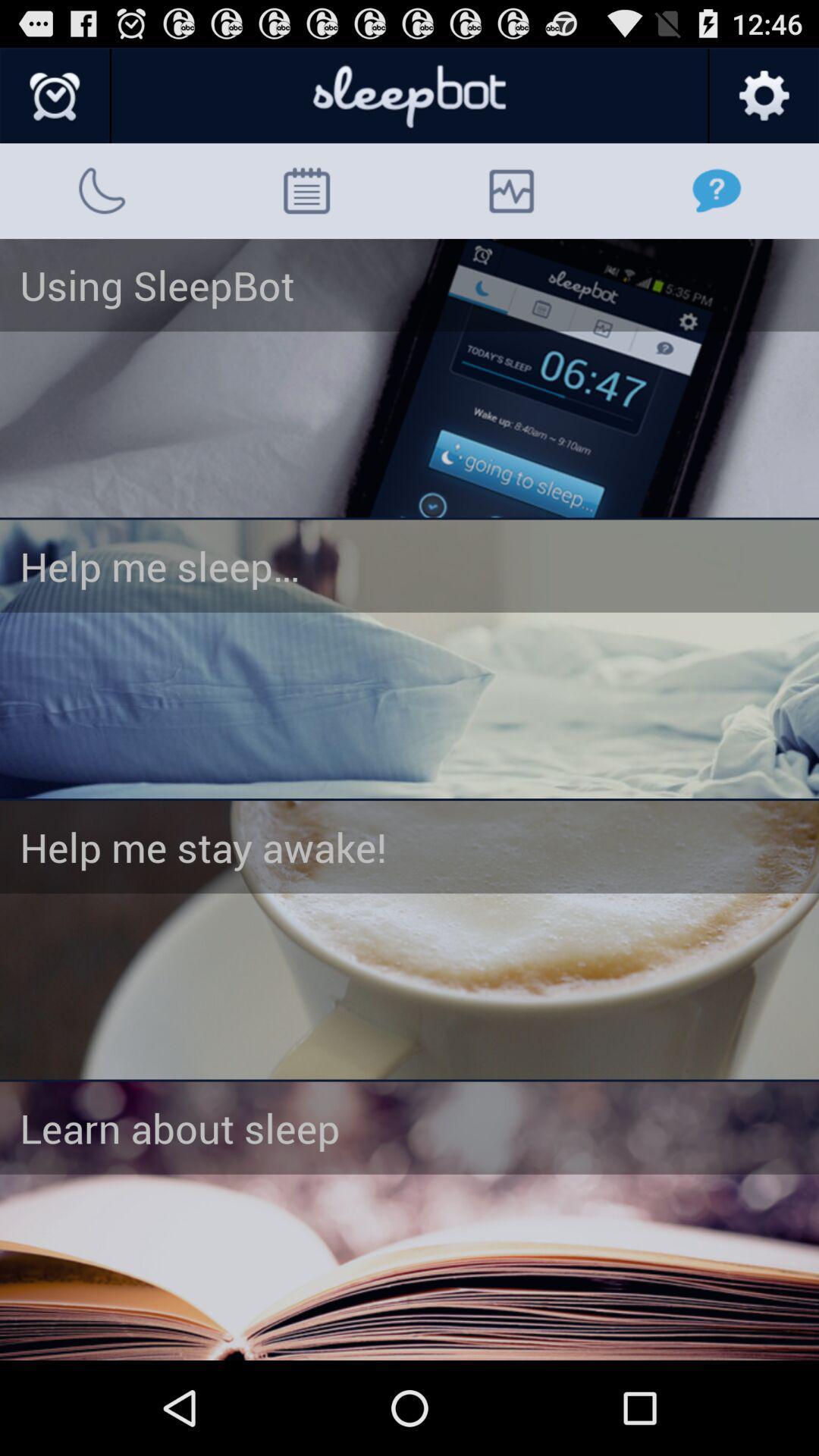  I want to click on using sleepbot guide, so click(409, 378).